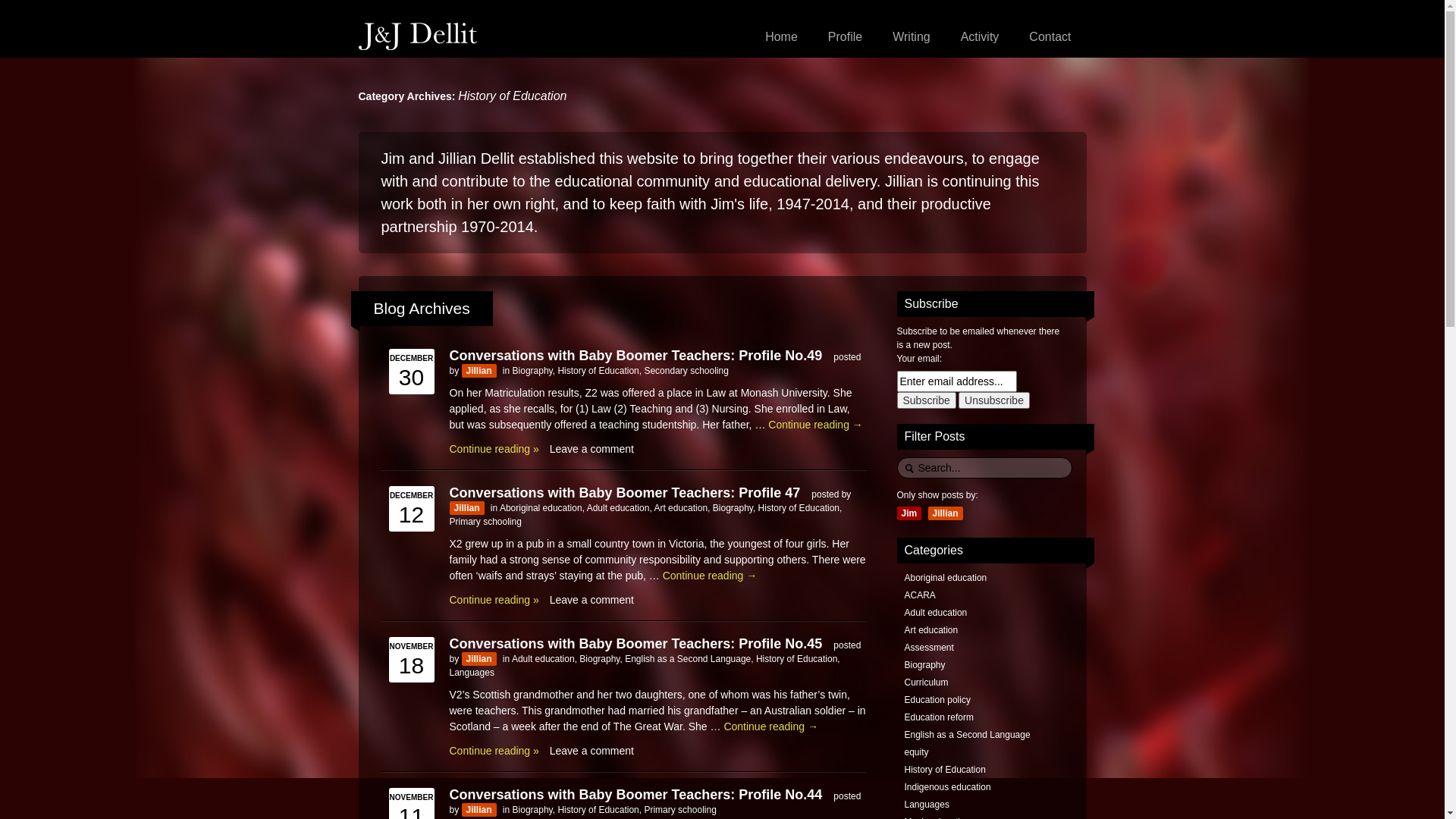 This screenshot has width=1456, height=819. What do you see at coordinates (980, 36) in the screenshot?
I see `'Activity'` at bounding box center [980, 36].